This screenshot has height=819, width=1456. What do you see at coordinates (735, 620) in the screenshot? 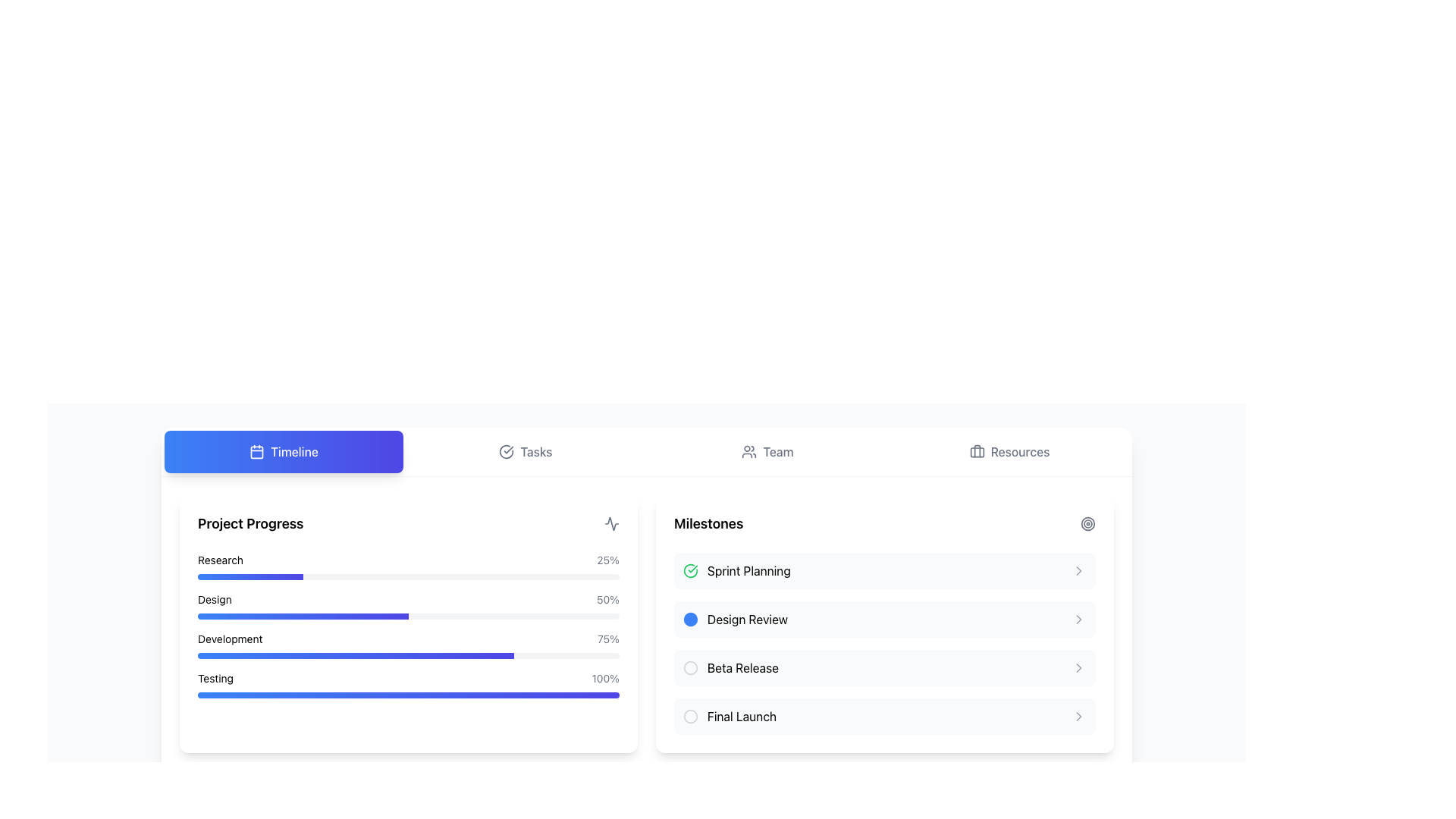
I see `the milestone item labeled 'Design Review' in the project tracking interface to interact with it` at bounding box center [735, 620].